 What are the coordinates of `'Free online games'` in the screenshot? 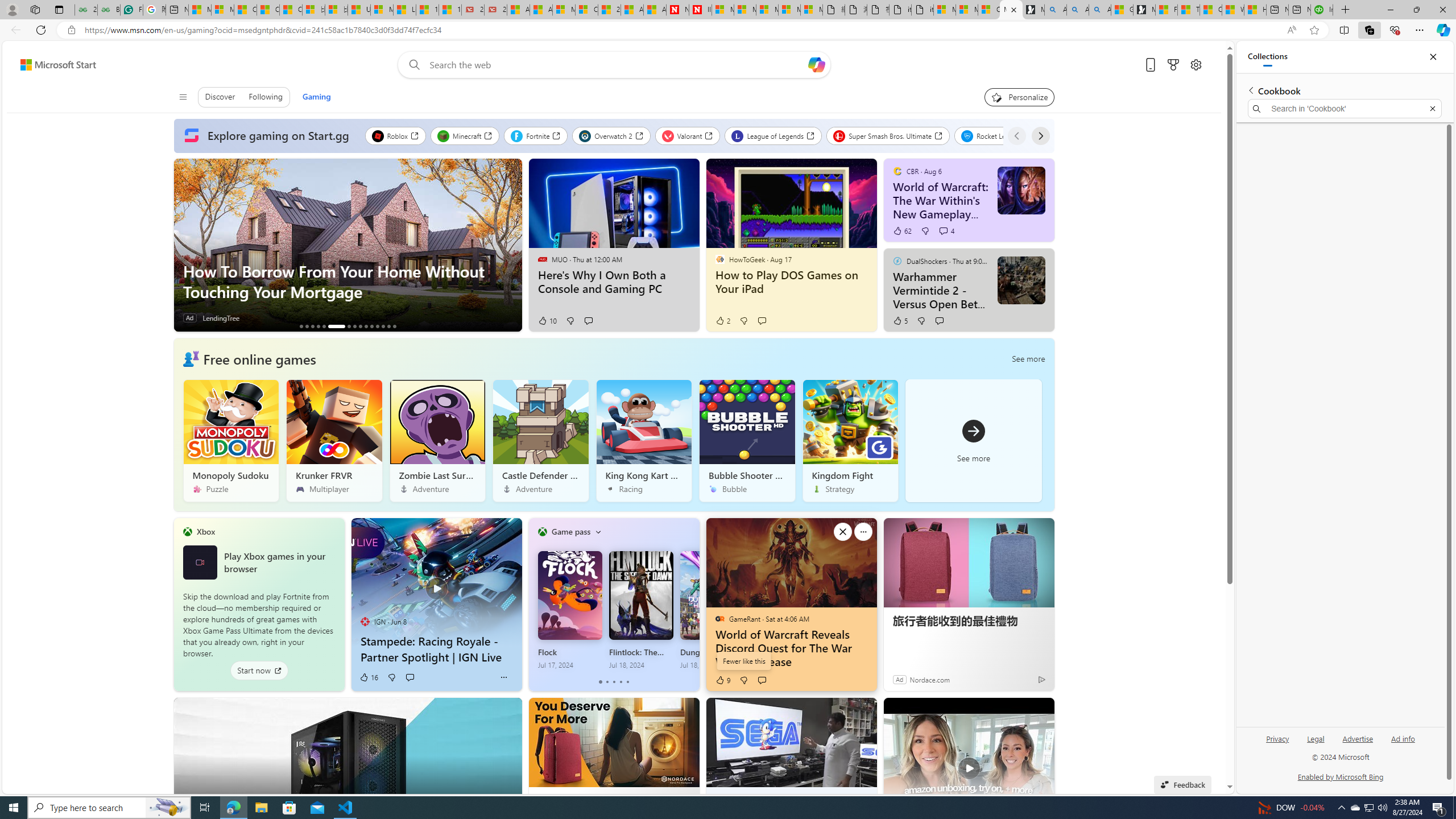 It's located at (258, 358).